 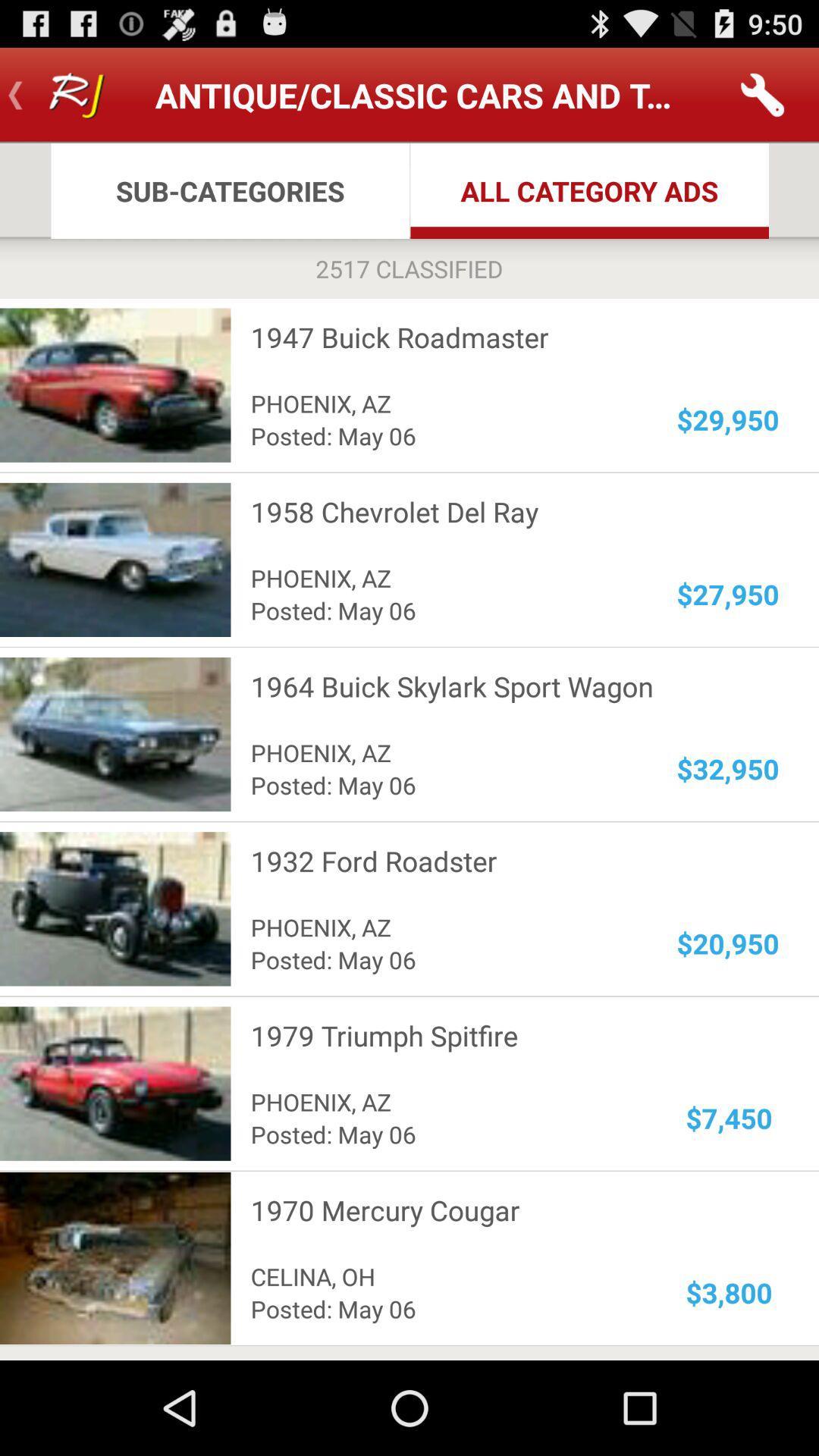 What do you see at coordinates (444, 1276) in the screenshot?
I see `the celina, oh item` at bounding box center [444, 1276].